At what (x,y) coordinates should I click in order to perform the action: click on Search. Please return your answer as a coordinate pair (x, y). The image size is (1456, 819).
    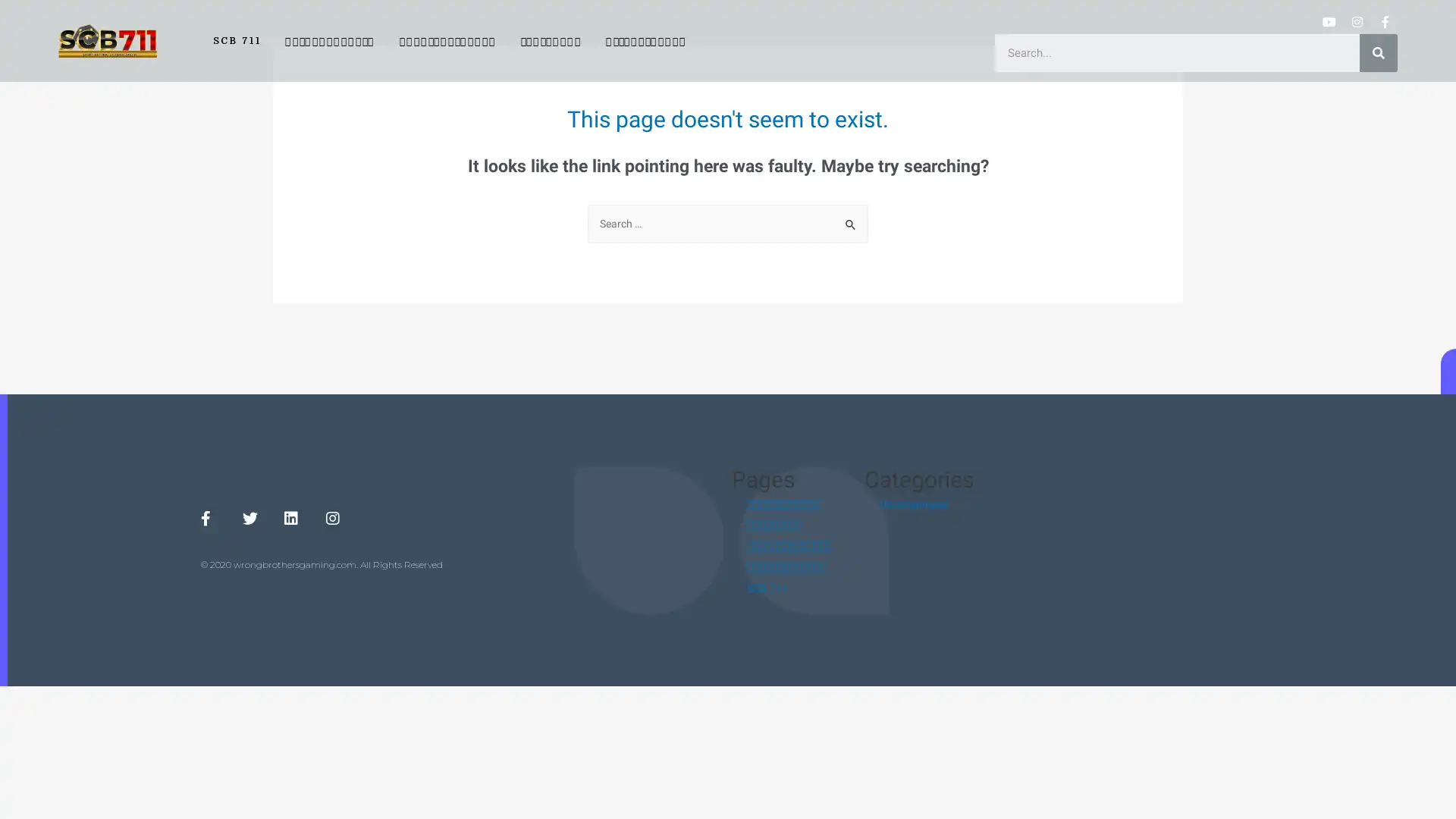
    Looking at the image, I should click on (1379, 52).